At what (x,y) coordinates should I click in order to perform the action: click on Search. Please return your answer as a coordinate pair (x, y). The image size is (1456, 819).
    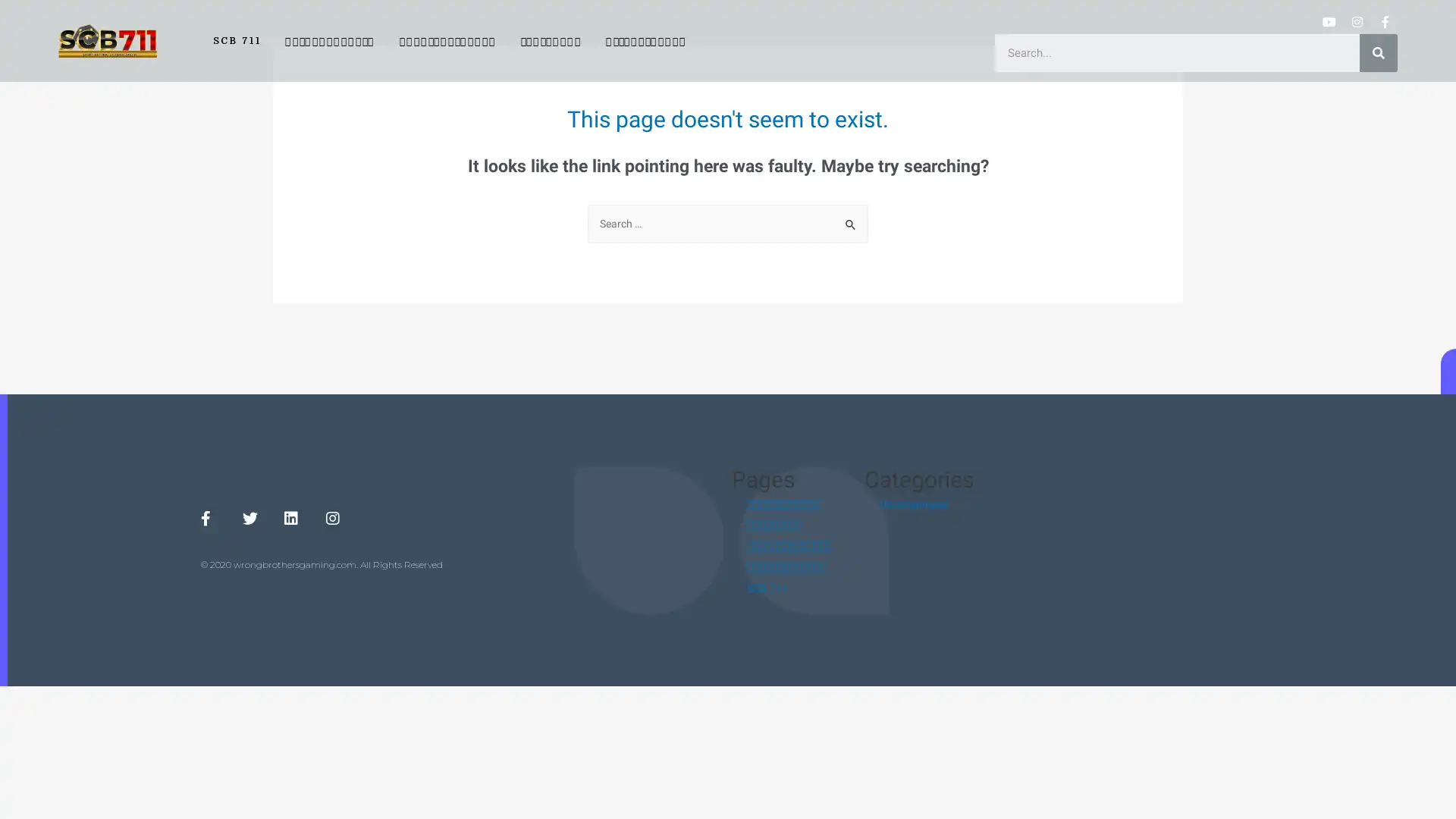
    Looking at the image, I should click on (1379, 52).